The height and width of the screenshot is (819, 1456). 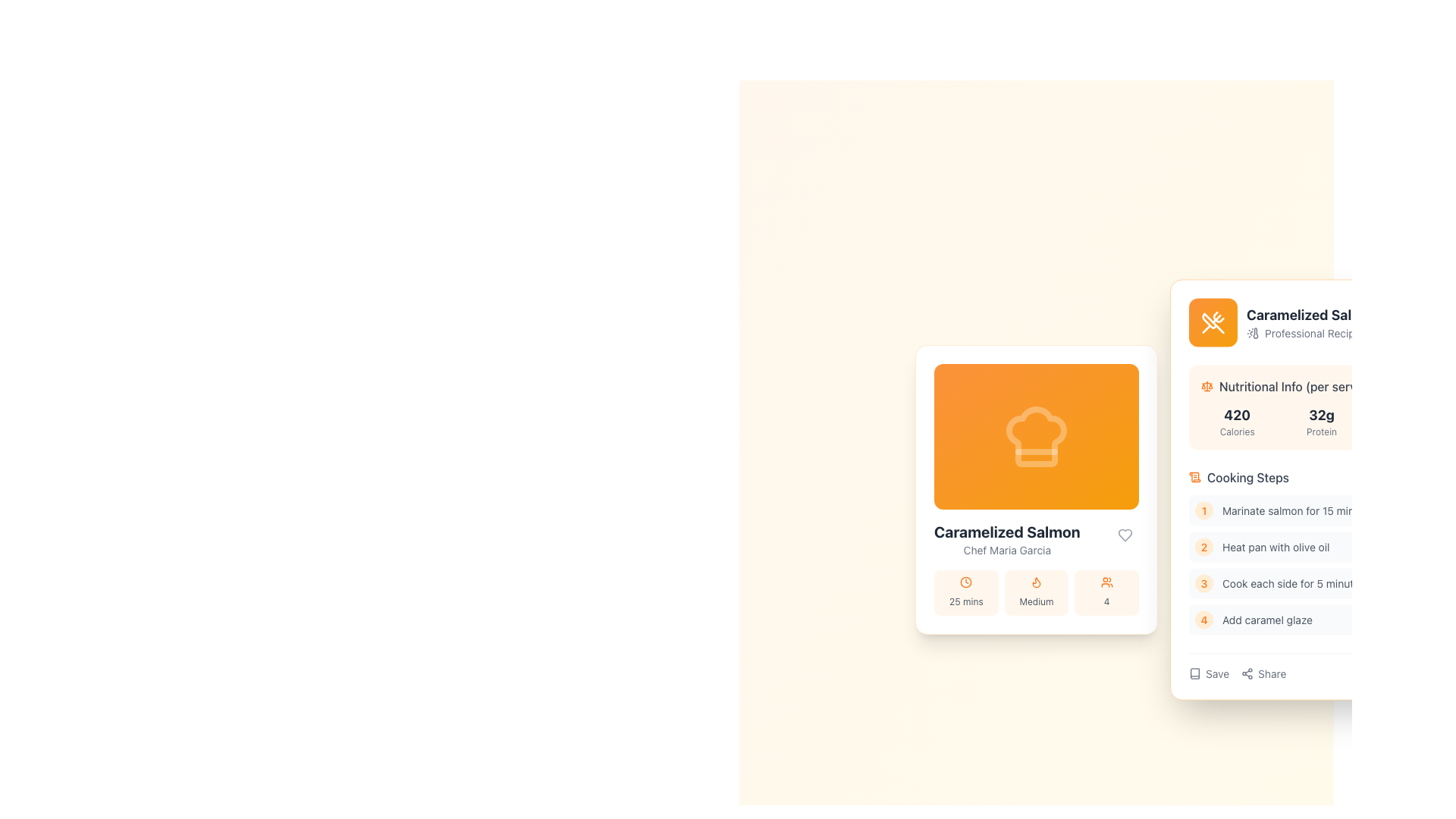 What do you see at coordinates (1298, 510) in the screenshot?
I see `the first cooking step text label, which is positioned immediately to the right of the circular numeric indicator with '1' in the recipe card's cooking steps list` at bounding box center [1298, 510].